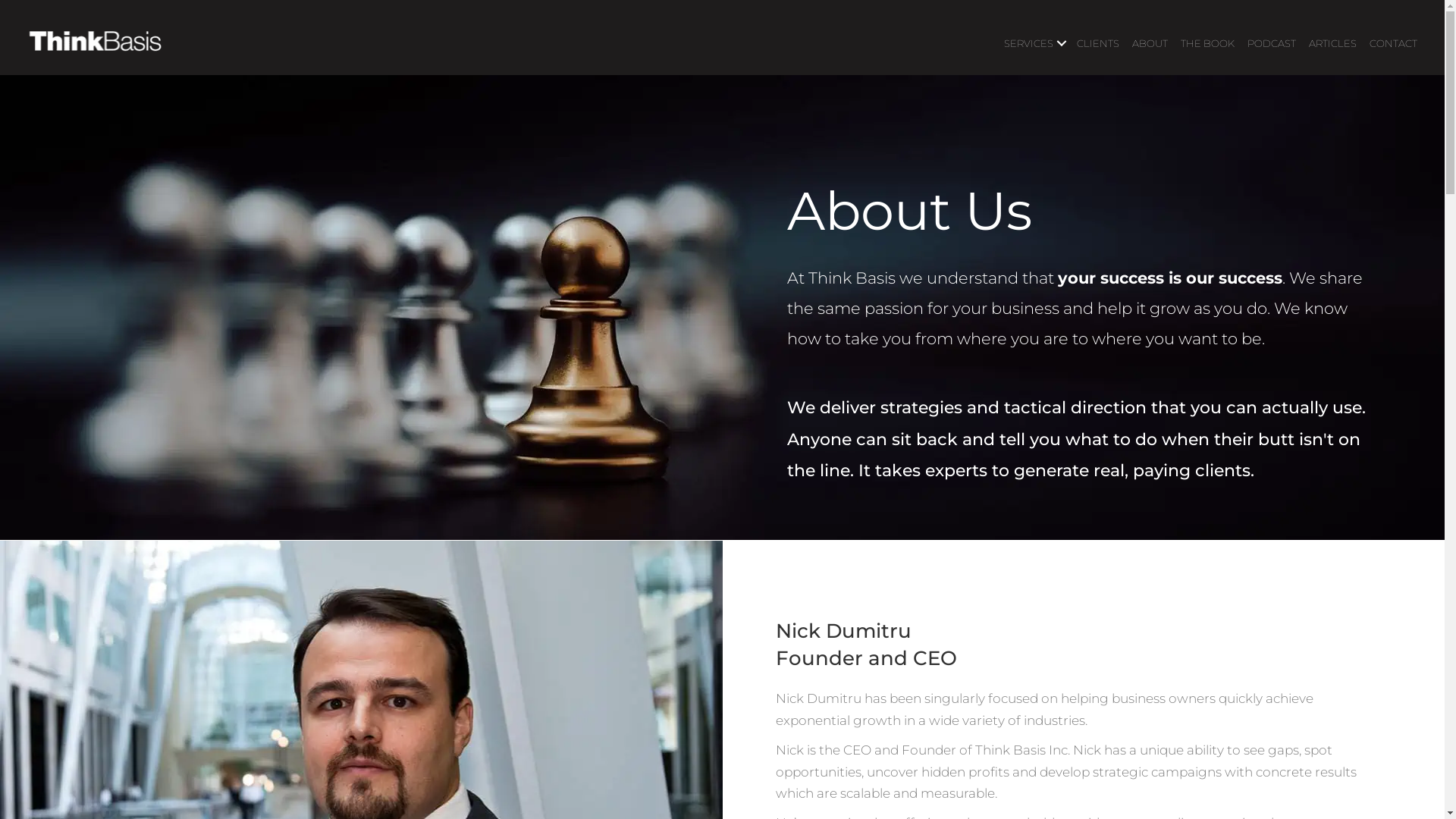  I want to click on 'SERVICES', so click(1033, 42).